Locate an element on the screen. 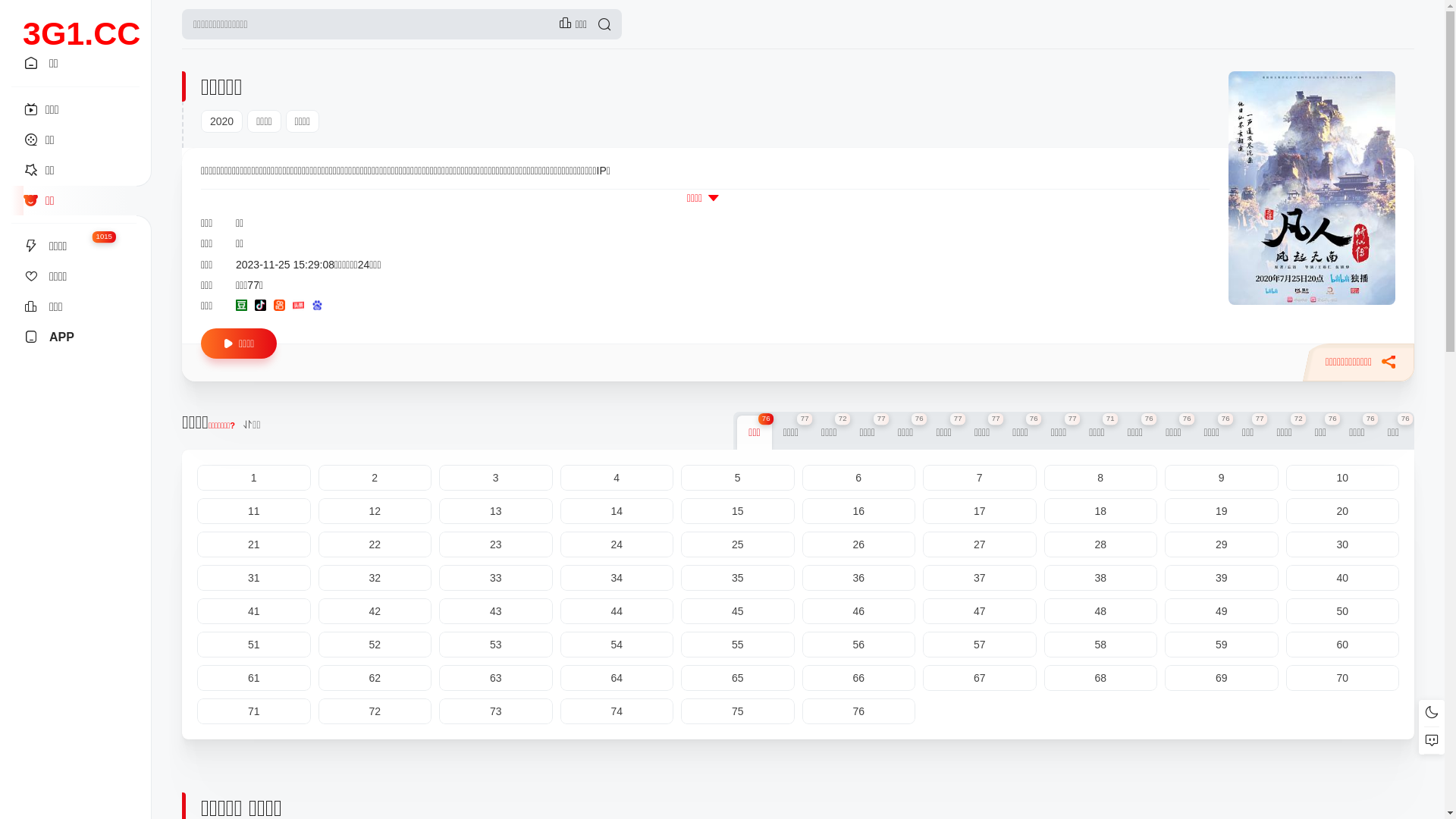  '57' is located at coordinates (979, 644).